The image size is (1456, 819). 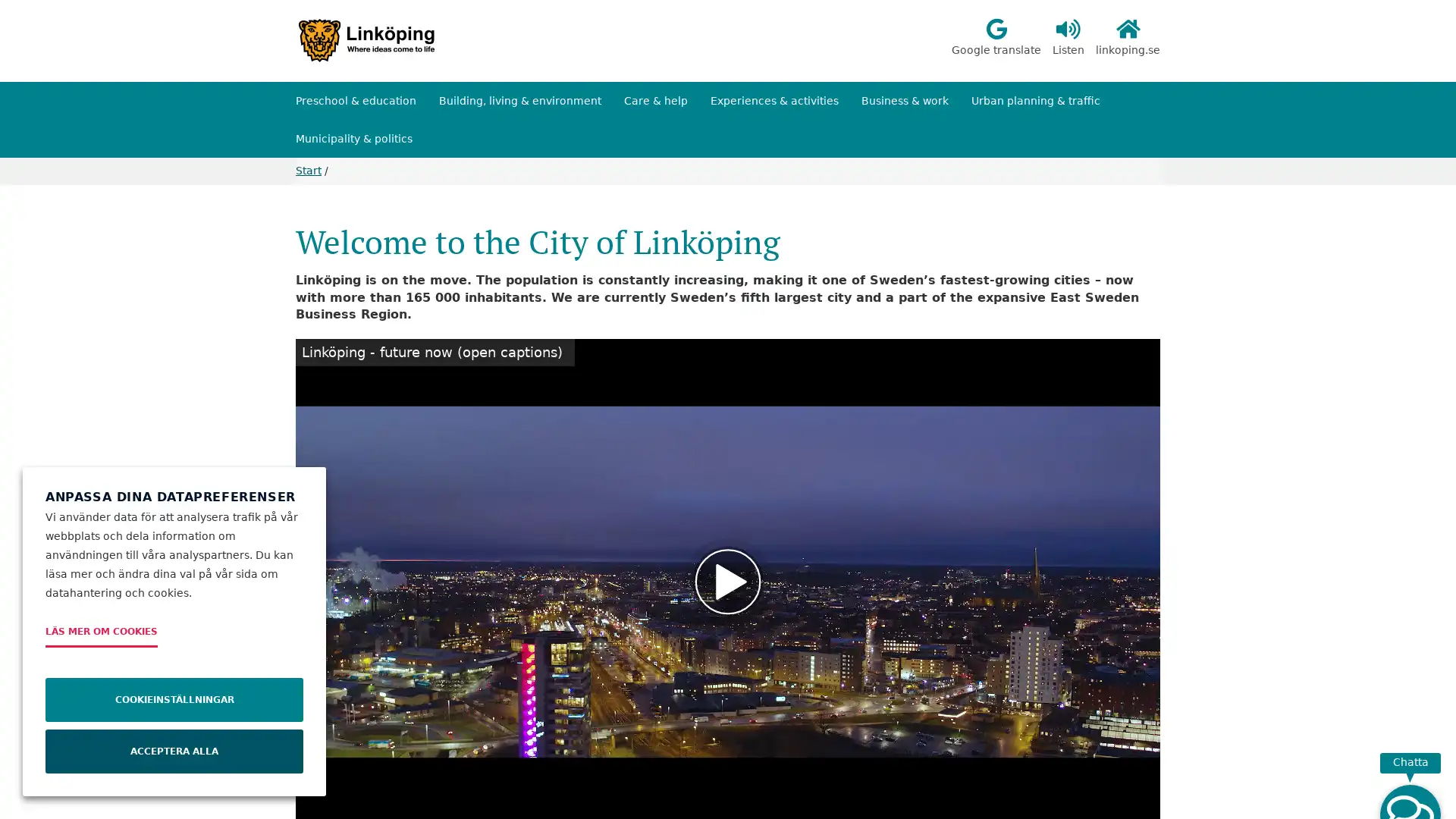 What do you see at coordinates (174, 752) in the screenshot?
I see `ACCEPTERA ALLA` at bounding box center [174, 752].